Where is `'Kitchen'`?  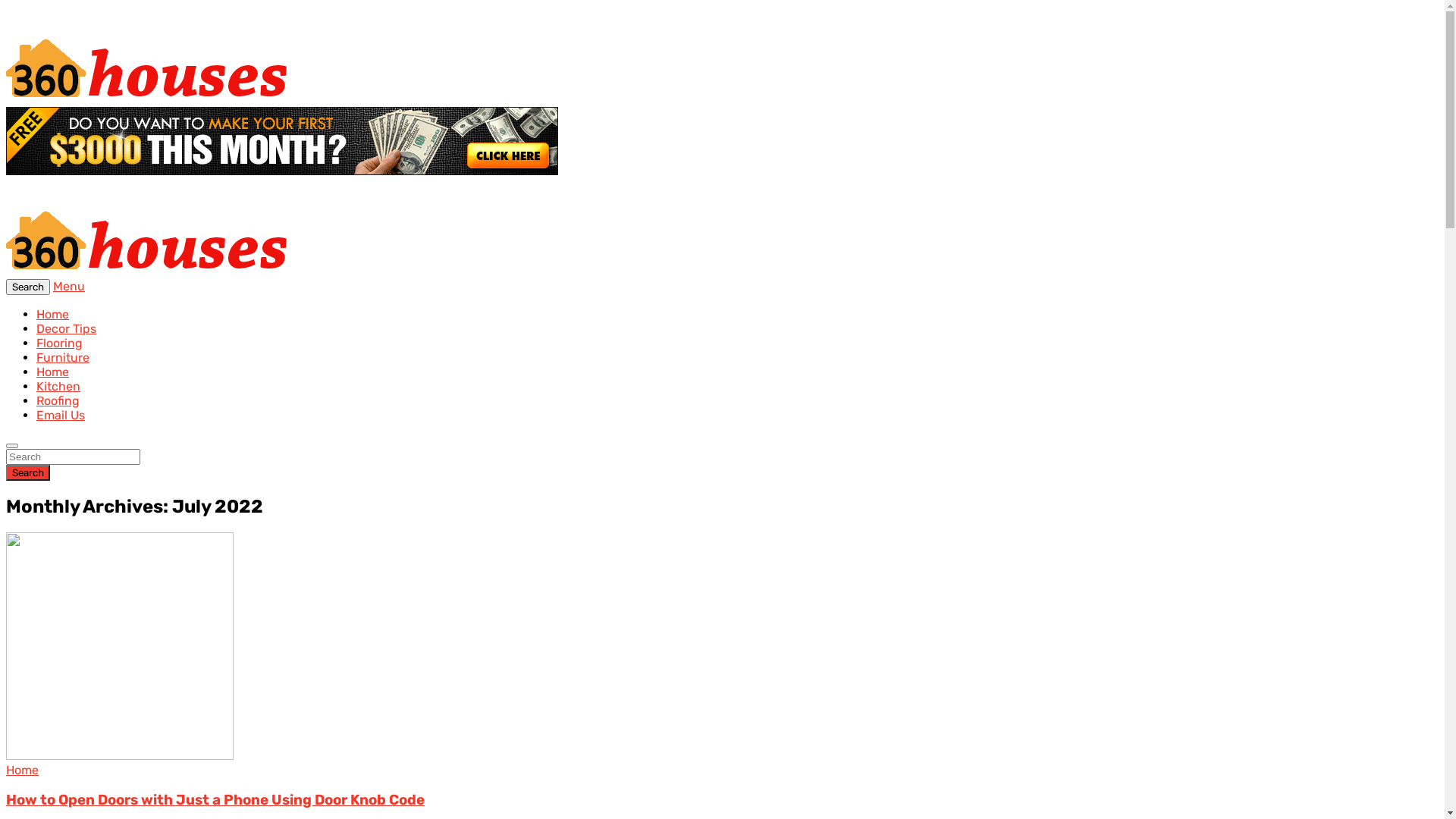 'Kitchen' is located at coordinates (58, 385).